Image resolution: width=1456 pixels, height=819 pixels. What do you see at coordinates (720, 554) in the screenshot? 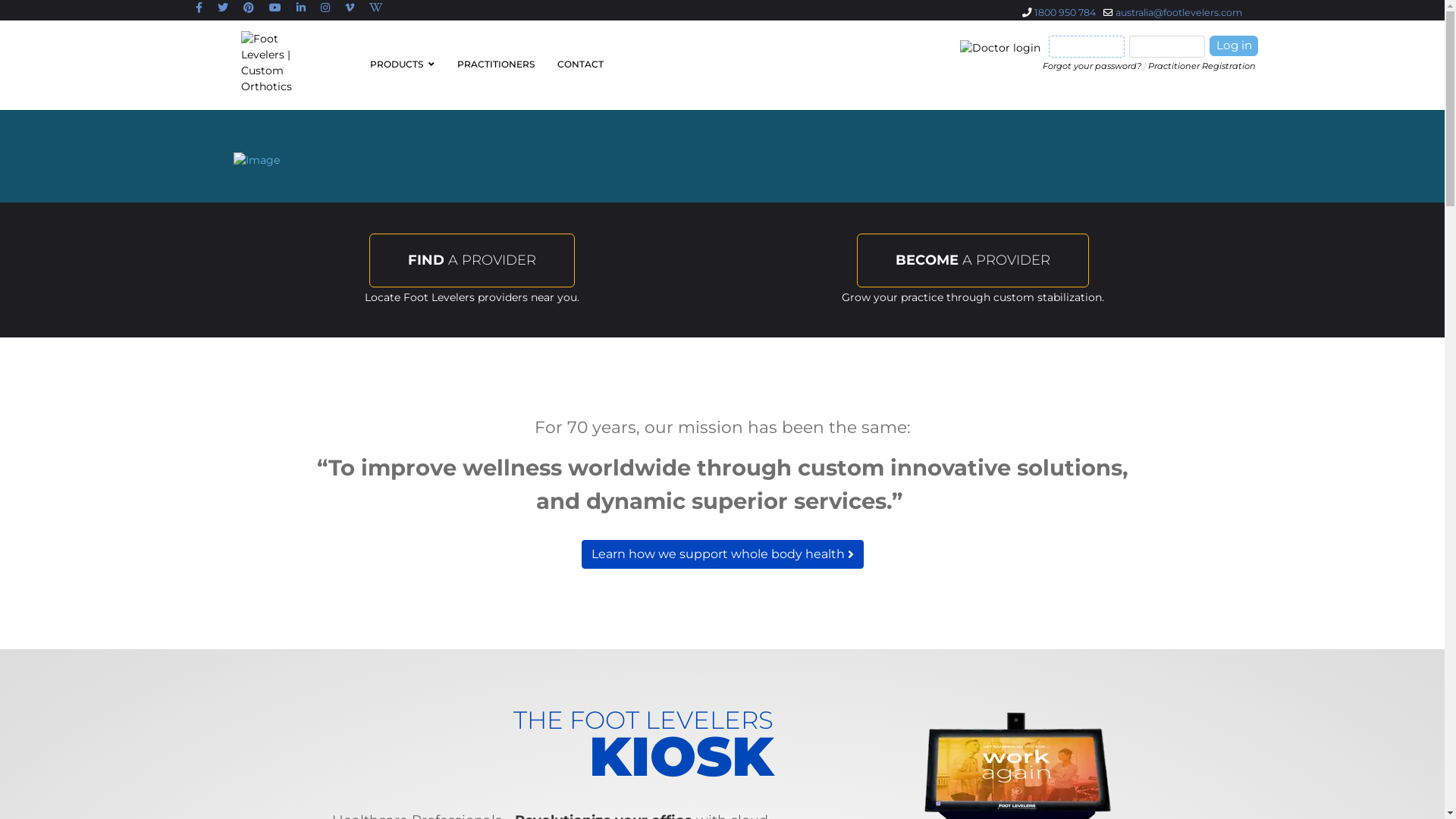
I see `'Learn how we support whole body health'` at bounding box center [720, 554].